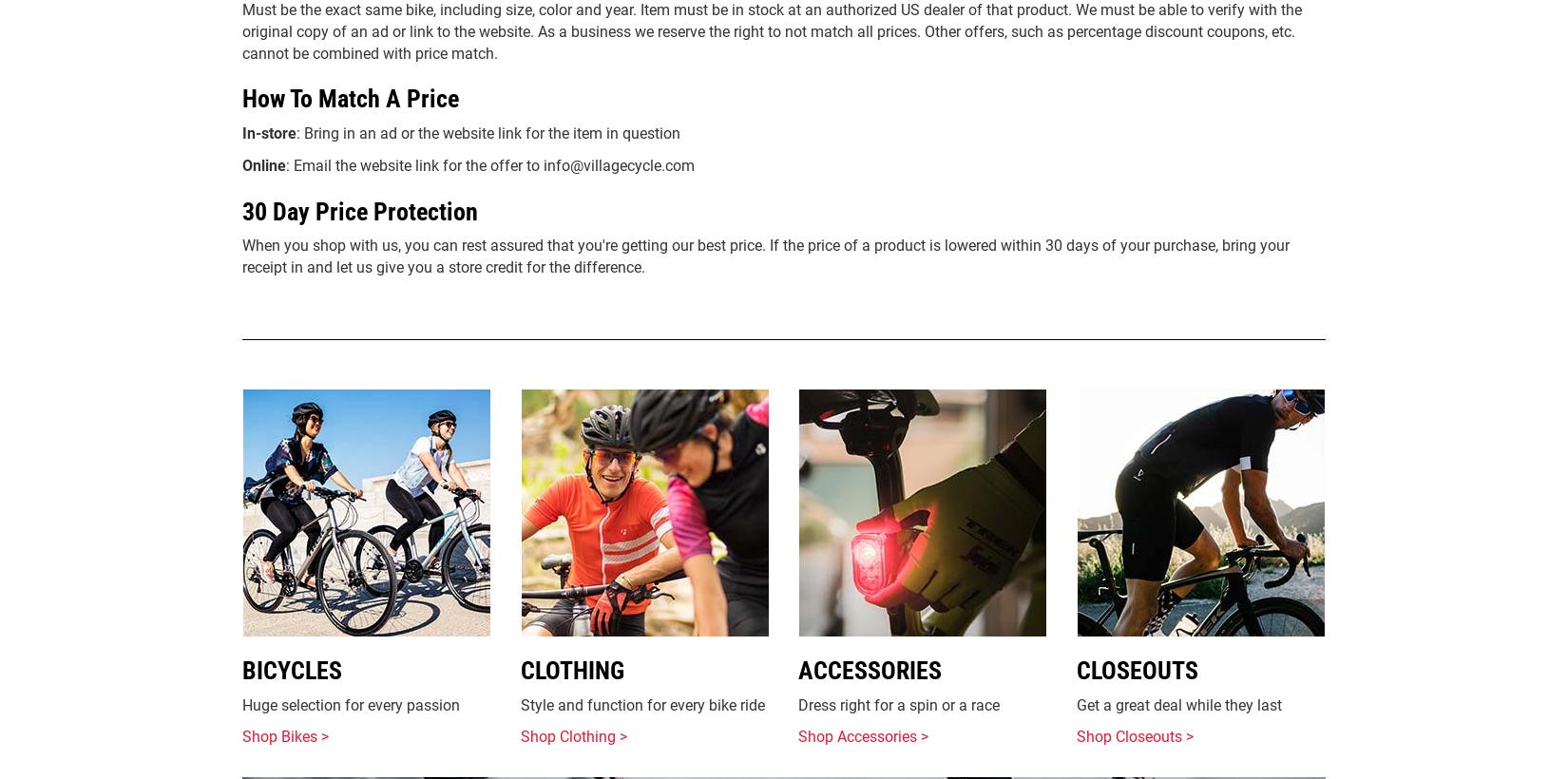 The image size is (1568, 779). I want to click on 'Stems', so click(526, 177).